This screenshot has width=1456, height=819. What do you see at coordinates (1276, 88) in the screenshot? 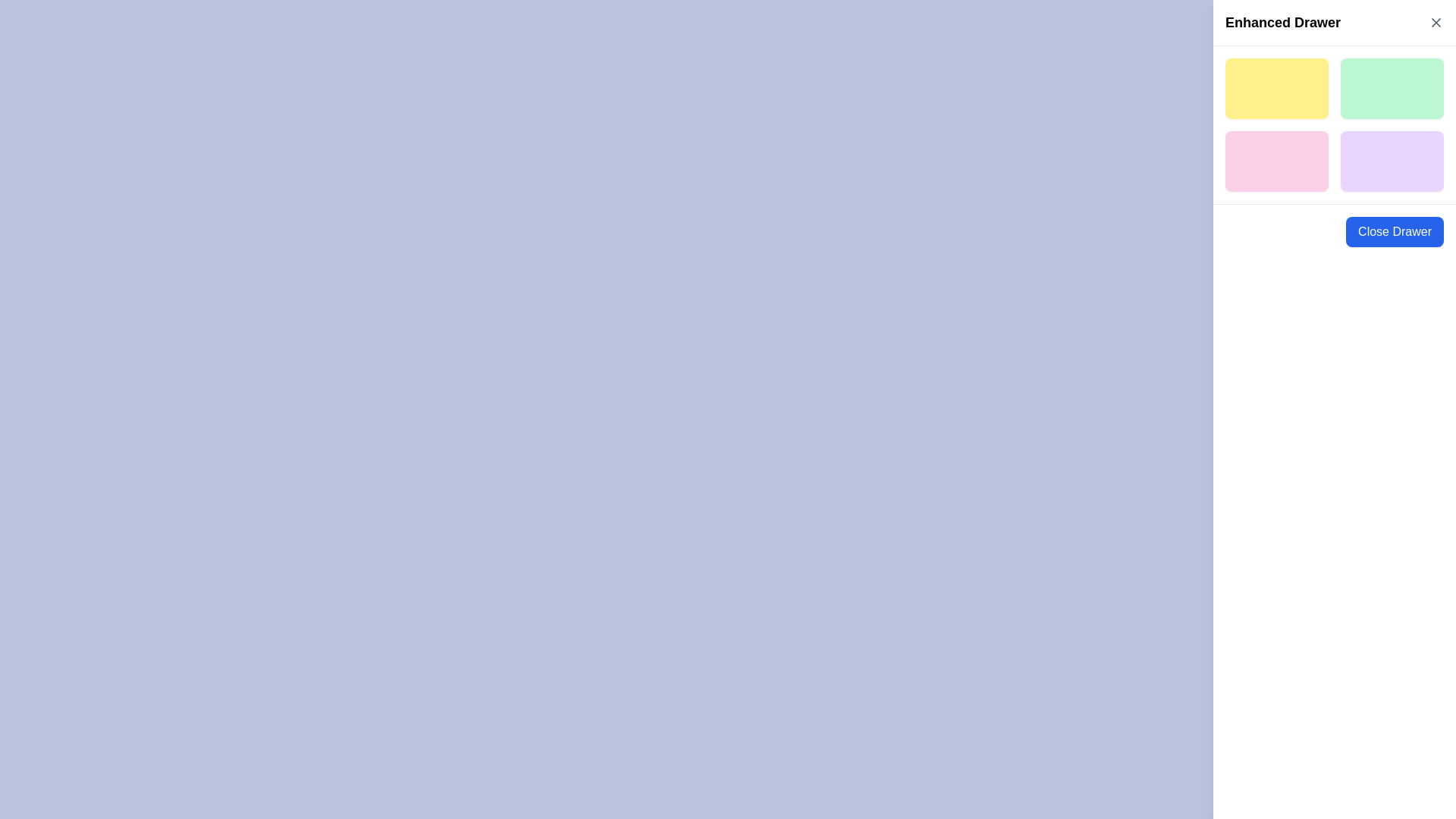
I see `the Decorative block with a yellow background, located in the top-left corner of a 2x2 grid, adjacent to a green block on its right side` at bounding box center [1276, 88].